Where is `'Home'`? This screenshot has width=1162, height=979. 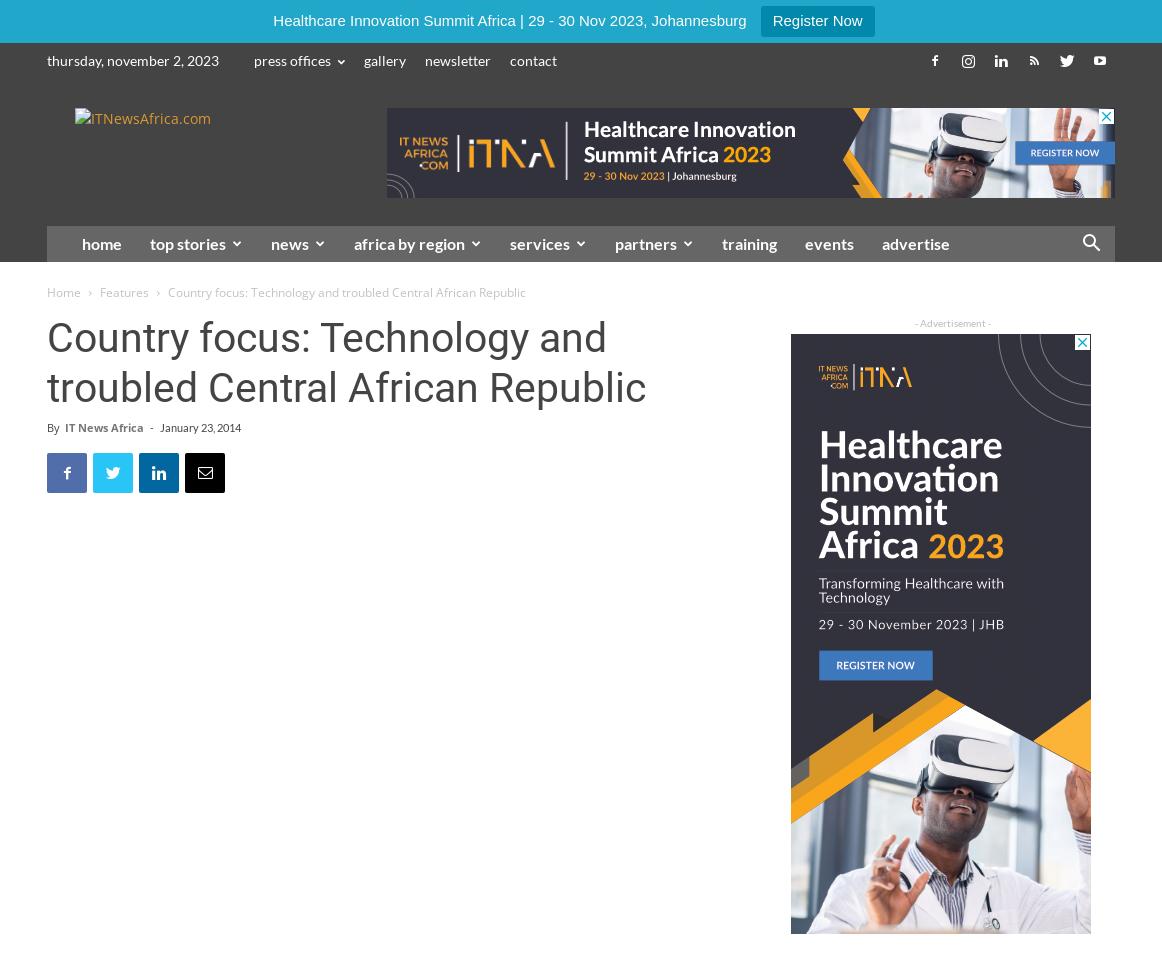 'Home' is located at coordinates (63, 292).